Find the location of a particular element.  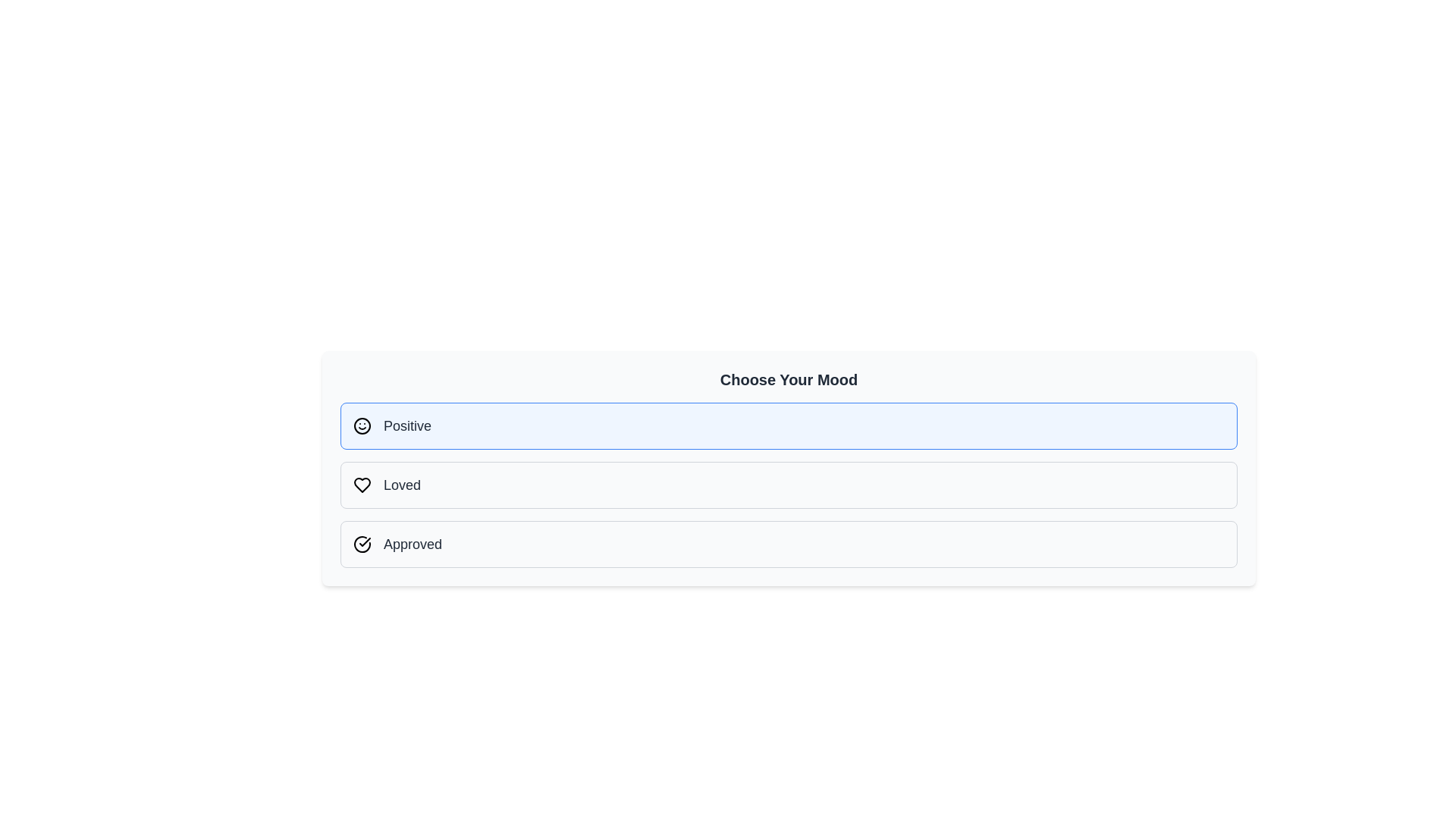

the text label 'Approved' located in the third row of the 'Choose Your Mood' options list, positioned to the right of the checkmark icon is located at coordinates (413, 543).